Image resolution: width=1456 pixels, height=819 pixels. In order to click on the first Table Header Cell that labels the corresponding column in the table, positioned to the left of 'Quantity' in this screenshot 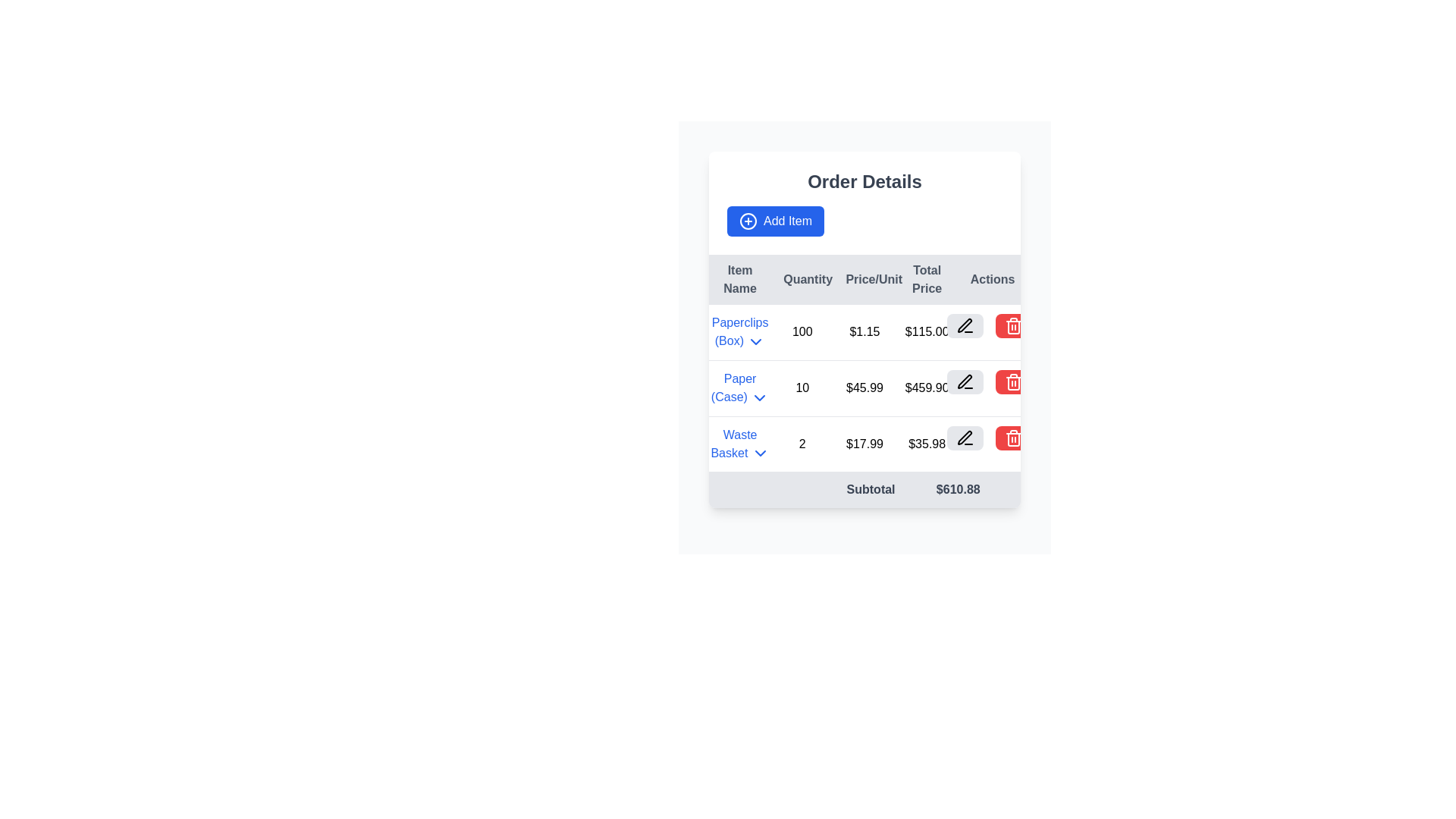, I will do `click(740, 280)`.